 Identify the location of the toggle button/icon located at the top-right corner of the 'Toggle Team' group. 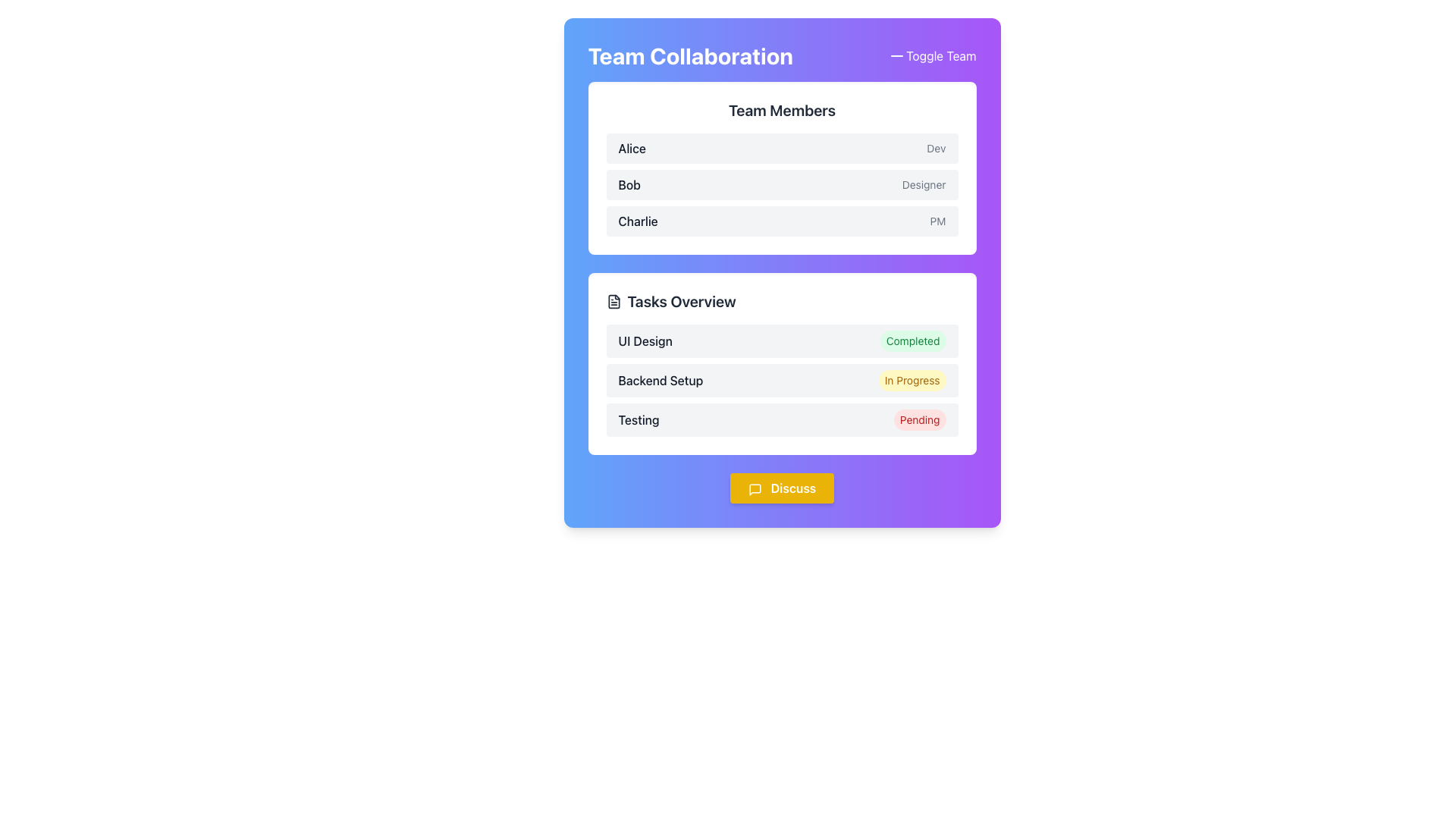
(897, 55).